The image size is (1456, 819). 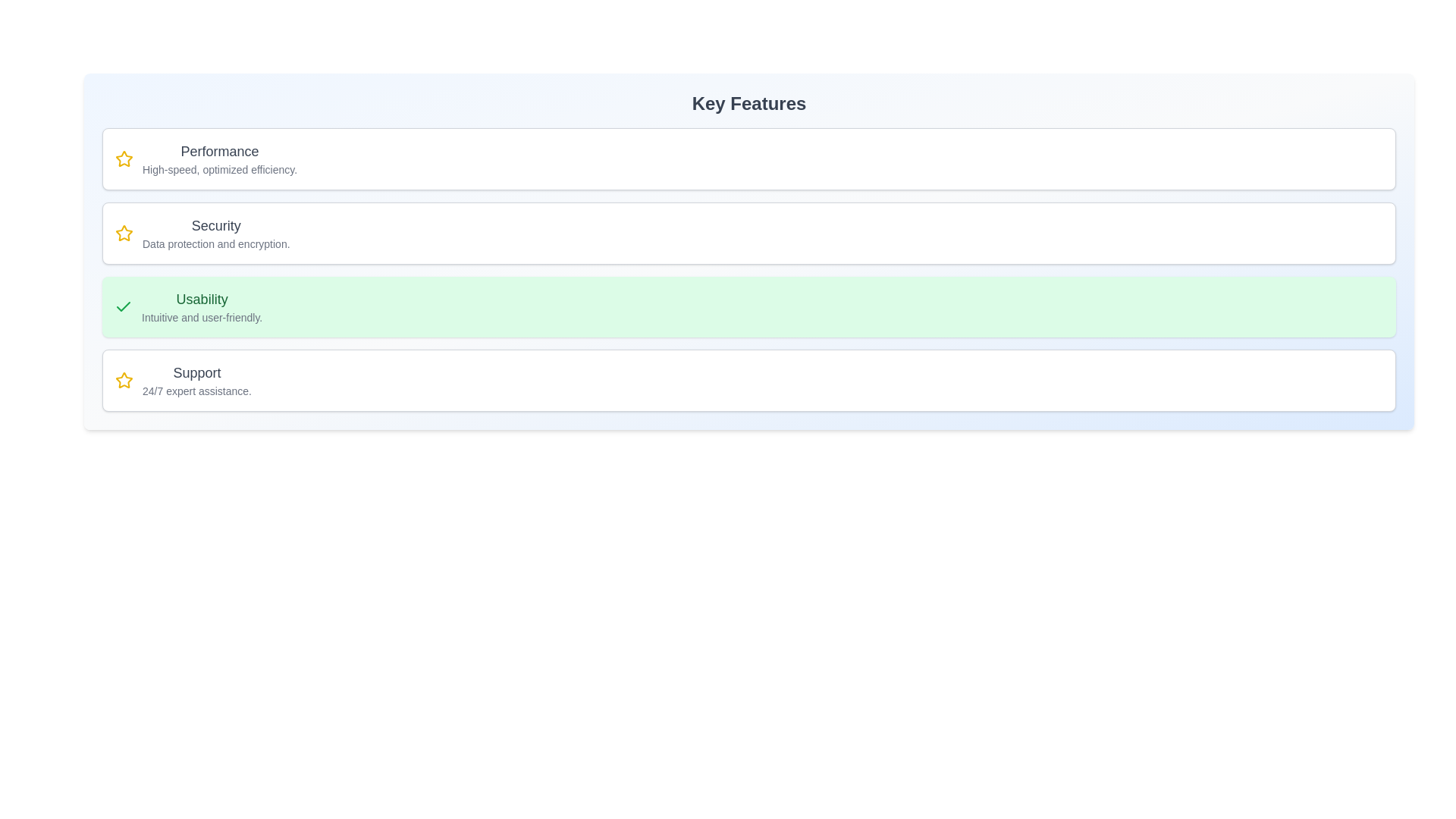 I want to click on the feature card corresponding to Support to toggle its selection, so click(x=749, y=379).